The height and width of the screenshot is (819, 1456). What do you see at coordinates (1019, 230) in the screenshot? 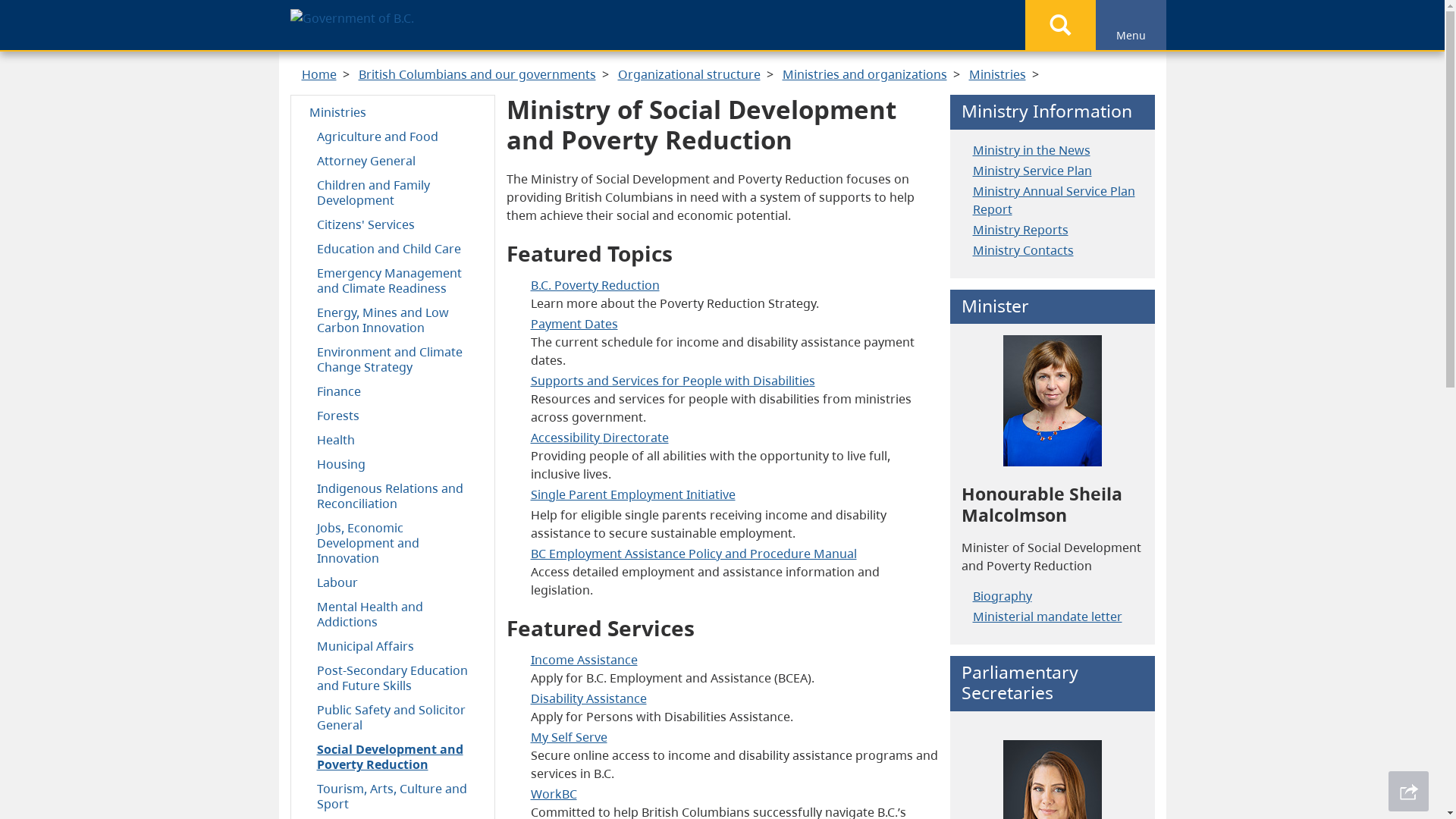
I see `'Ministry Reports'` at bounding box center [1019, 230].